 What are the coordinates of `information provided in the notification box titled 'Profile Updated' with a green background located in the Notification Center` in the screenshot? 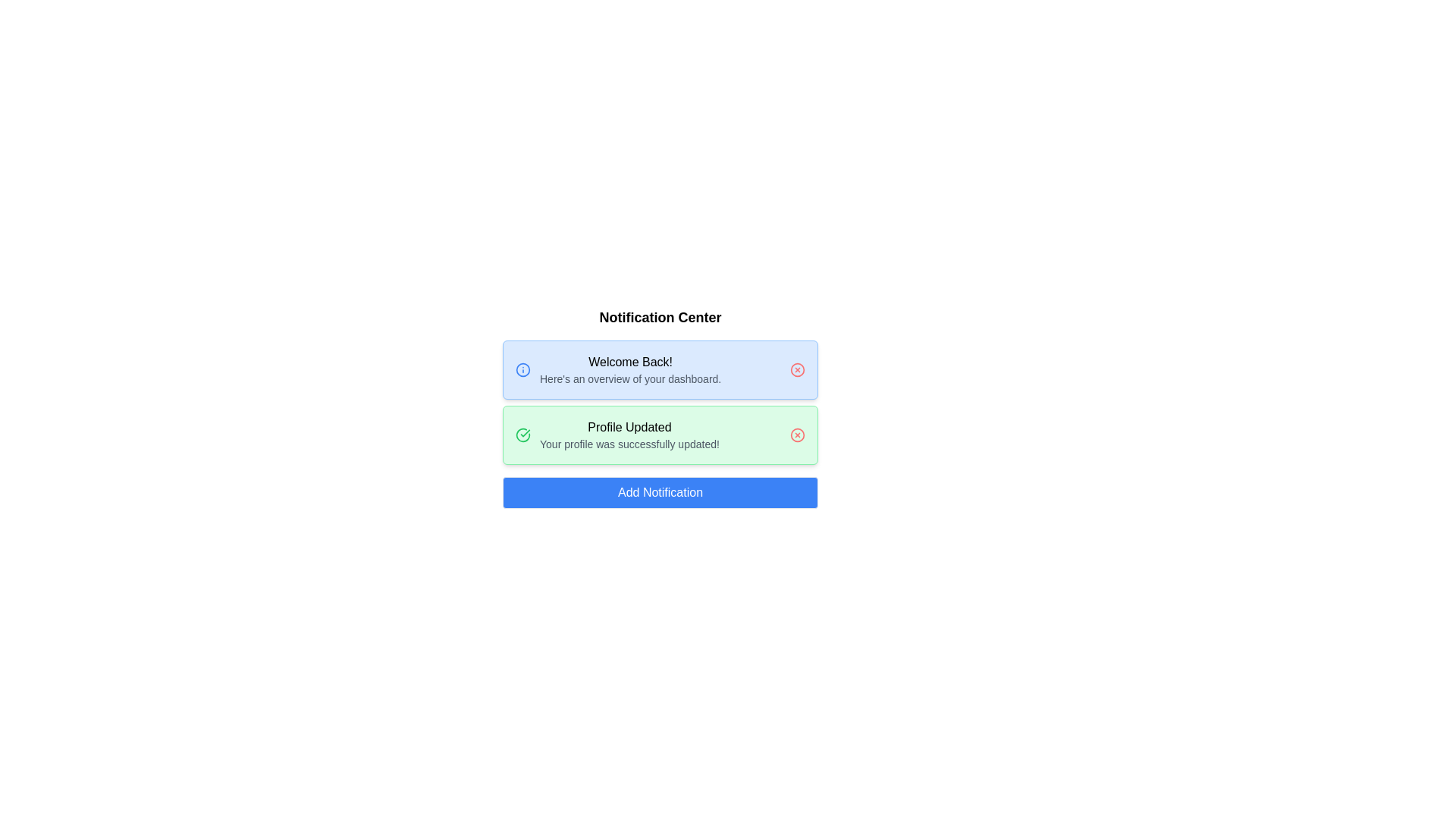 It's located at (660, 435).